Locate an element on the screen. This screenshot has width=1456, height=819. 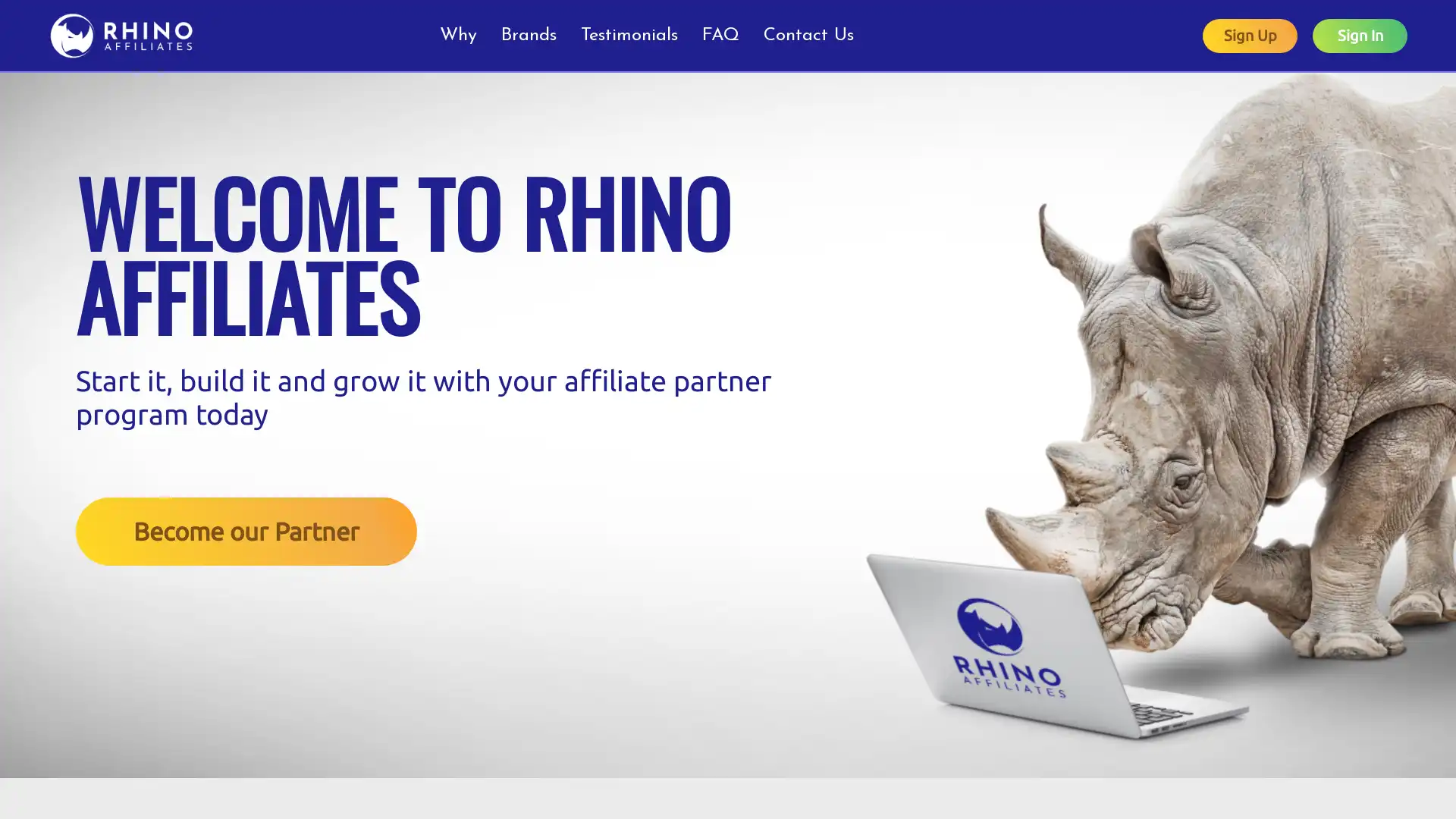
Sign Up is located at coordinates (1250, 34).